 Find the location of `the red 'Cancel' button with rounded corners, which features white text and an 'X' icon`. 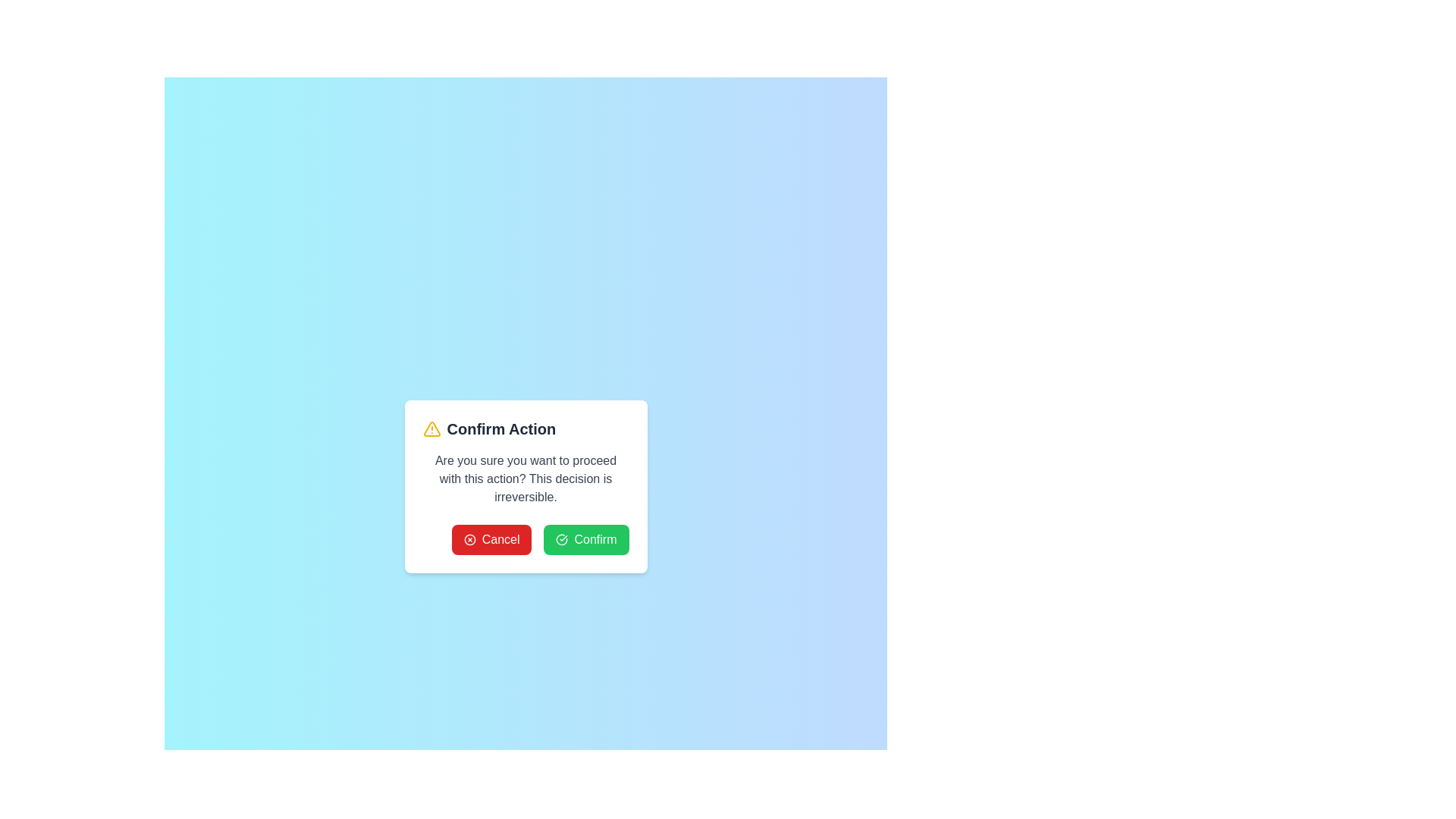

the red 'Cancel' button with rounded corners, which features white text and an 'X' icon is located at coordinates (491, 539).